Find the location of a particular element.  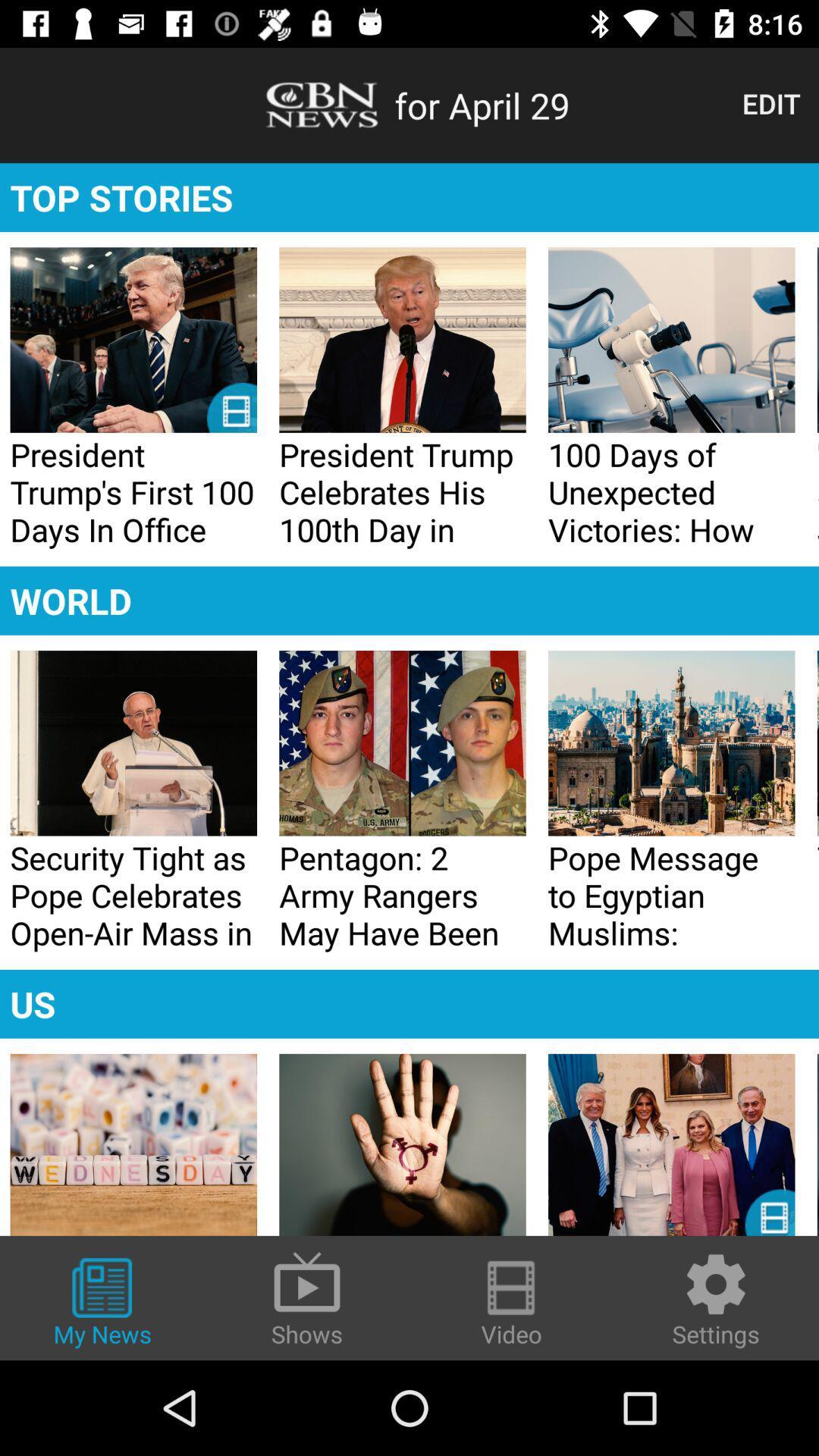

the icon below the edit item is located at coordinates (409, 196).